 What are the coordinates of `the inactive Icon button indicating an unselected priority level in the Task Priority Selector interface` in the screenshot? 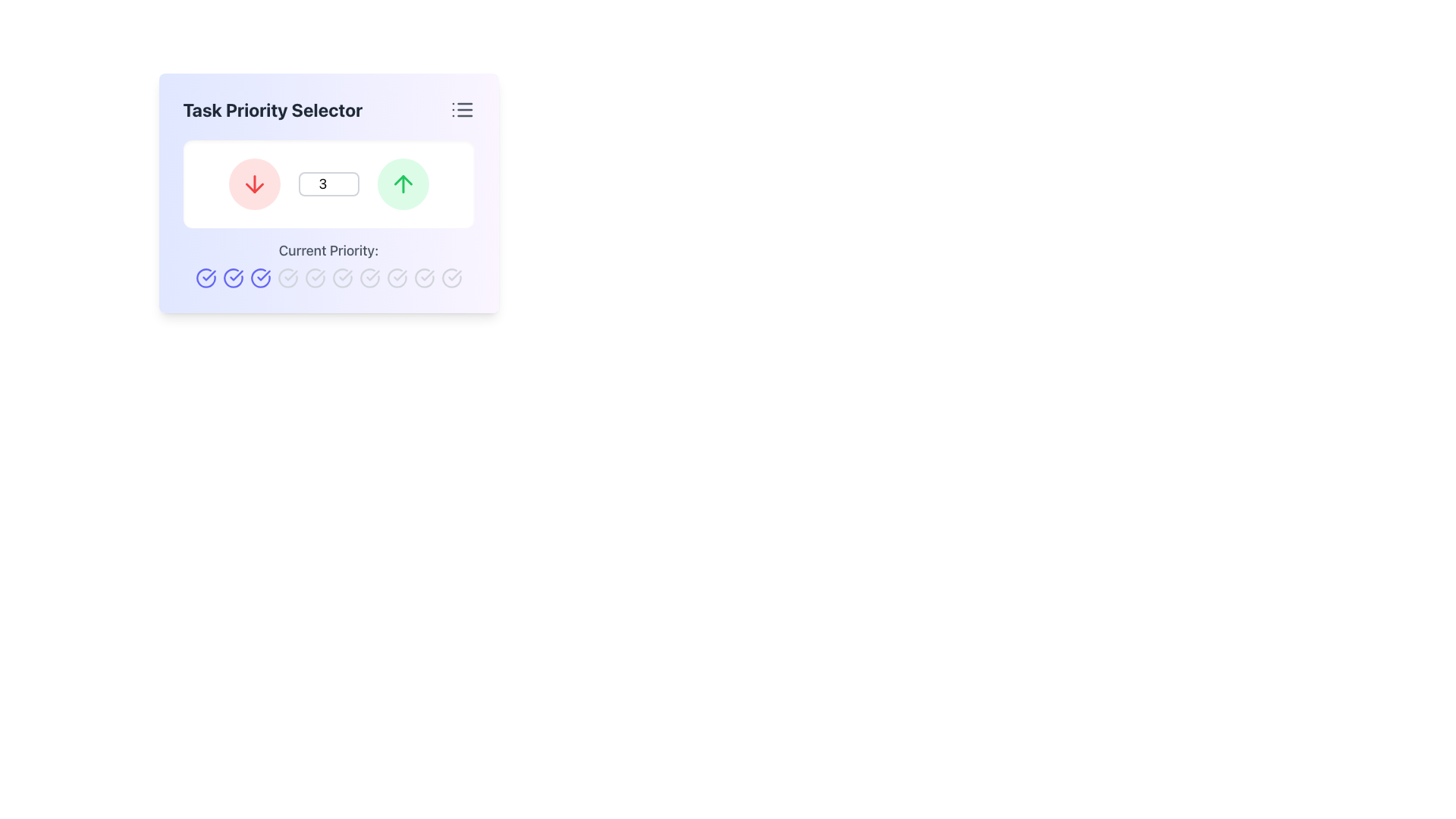 It's located at (424, 278).